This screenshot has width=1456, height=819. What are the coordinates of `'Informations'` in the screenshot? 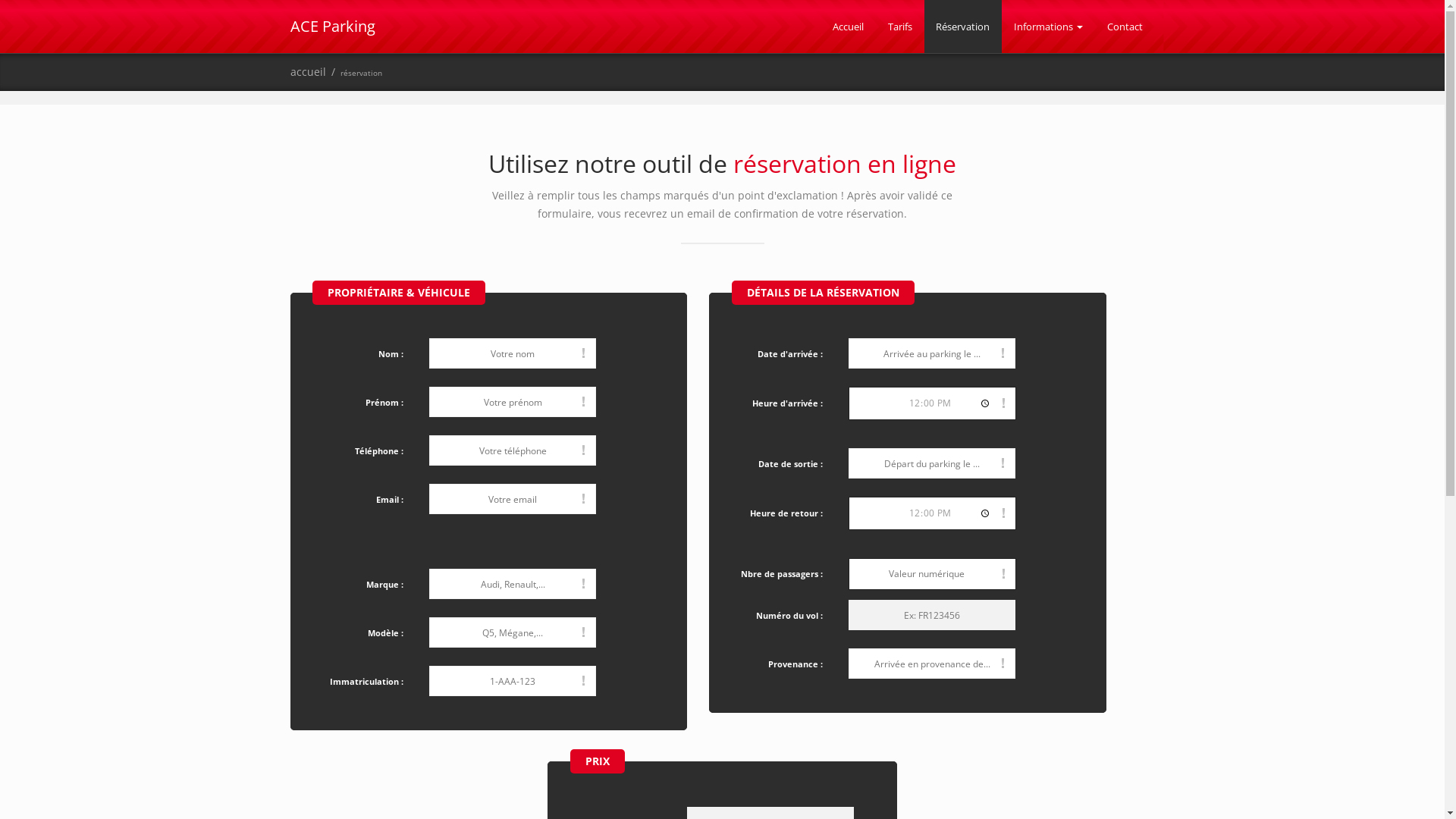 It's located at (1047, 26).